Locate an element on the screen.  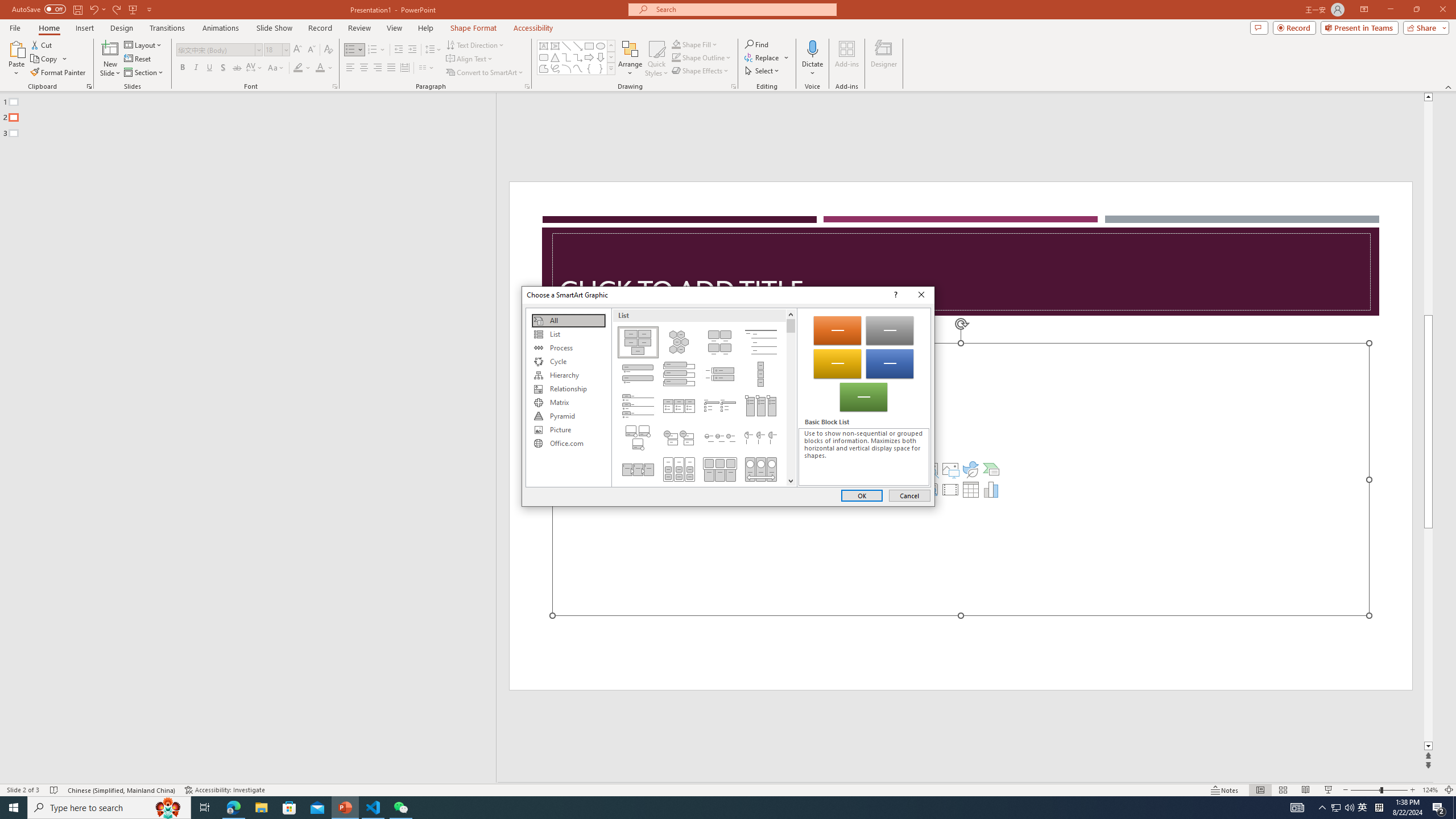
'Office.com' is located at coordinates (568, 442).